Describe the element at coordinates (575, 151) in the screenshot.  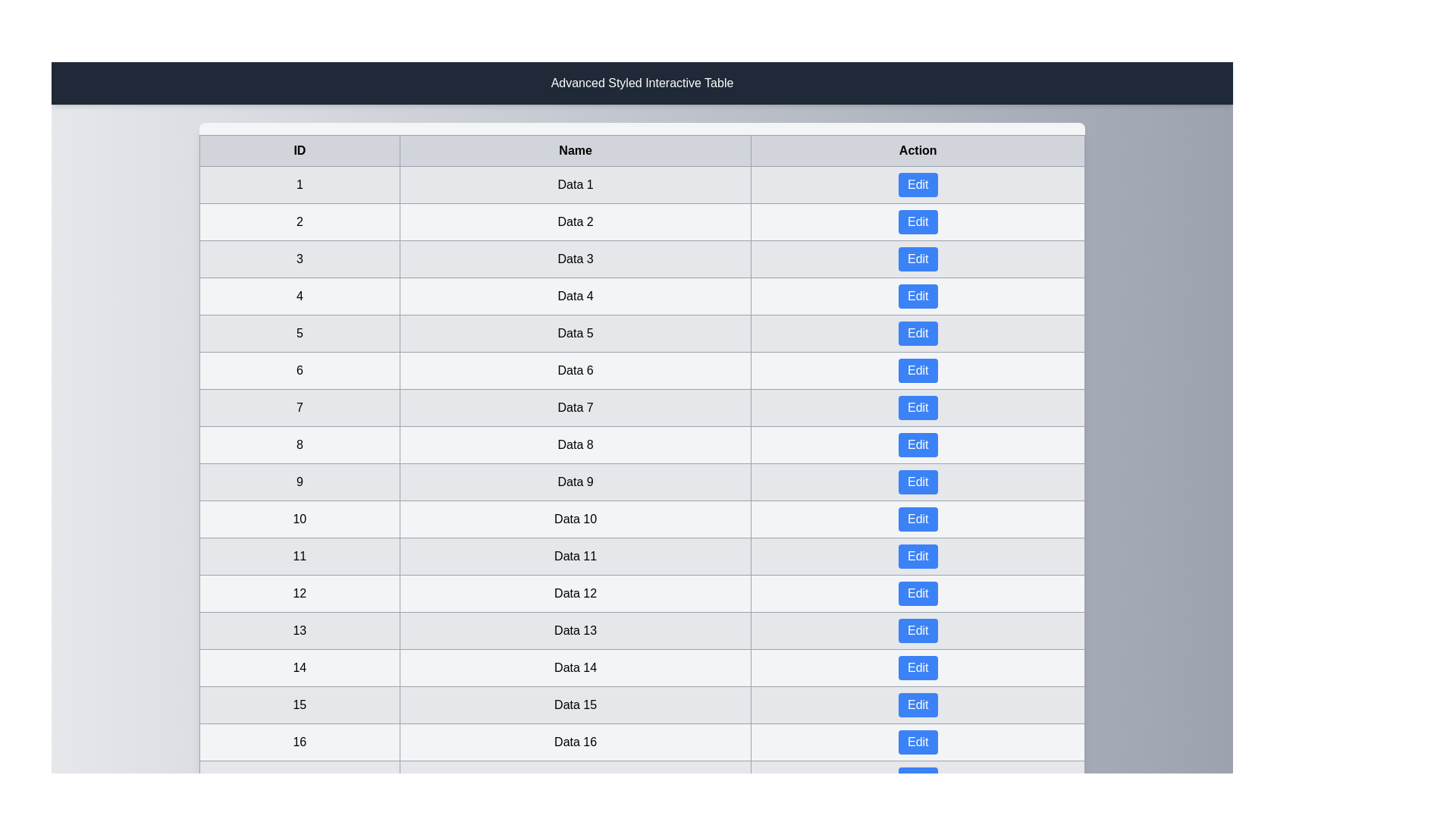
I see `the column header Name to sort the table` at that location.